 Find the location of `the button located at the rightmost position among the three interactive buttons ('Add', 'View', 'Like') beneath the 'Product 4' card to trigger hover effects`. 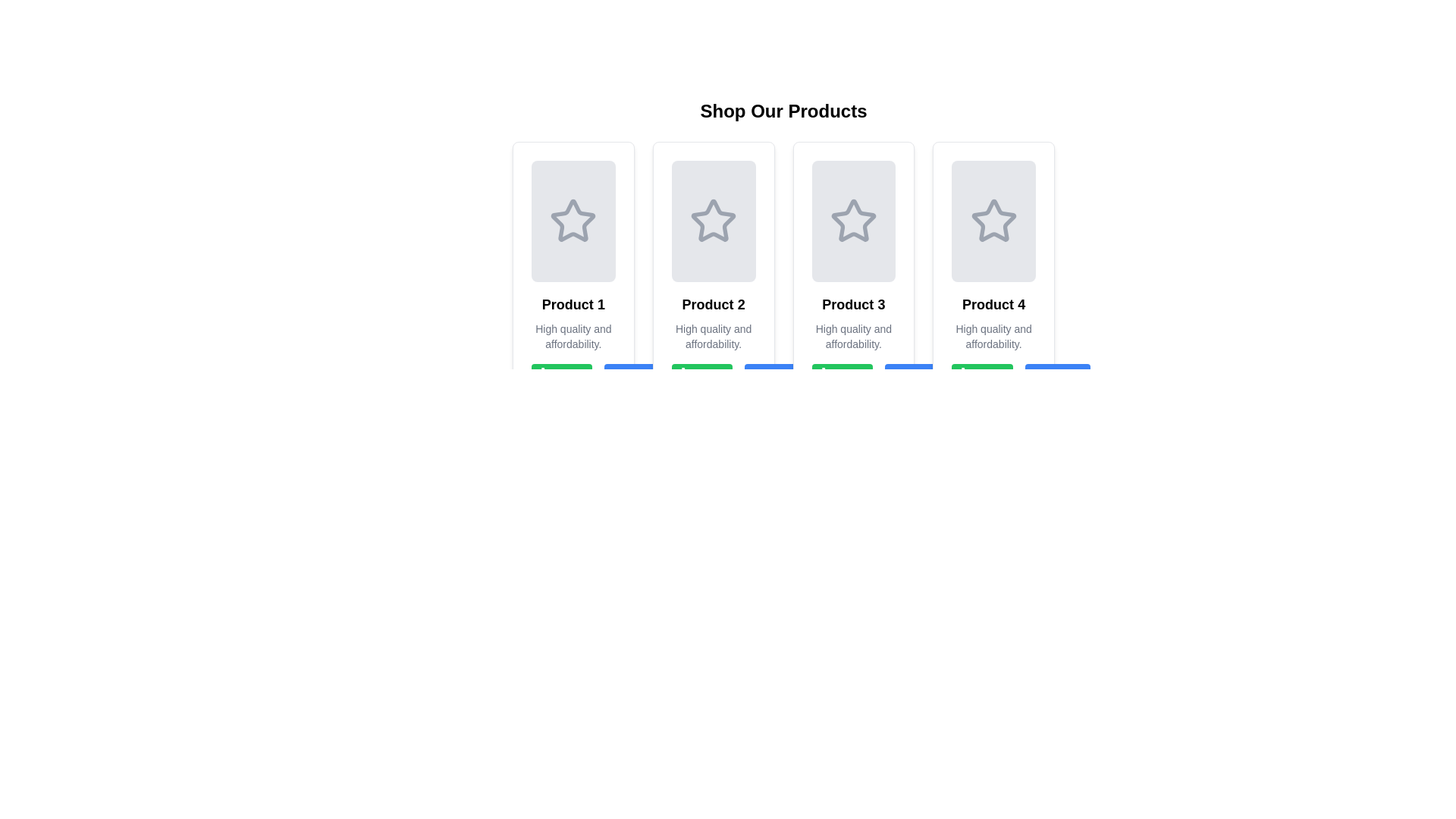

the button located at the rightmost position among the three interactive buttons ('Add', 'View', 'Like') beneath the 'Product 4' card to trigger hover effects is located at coordinates (1056, 375).